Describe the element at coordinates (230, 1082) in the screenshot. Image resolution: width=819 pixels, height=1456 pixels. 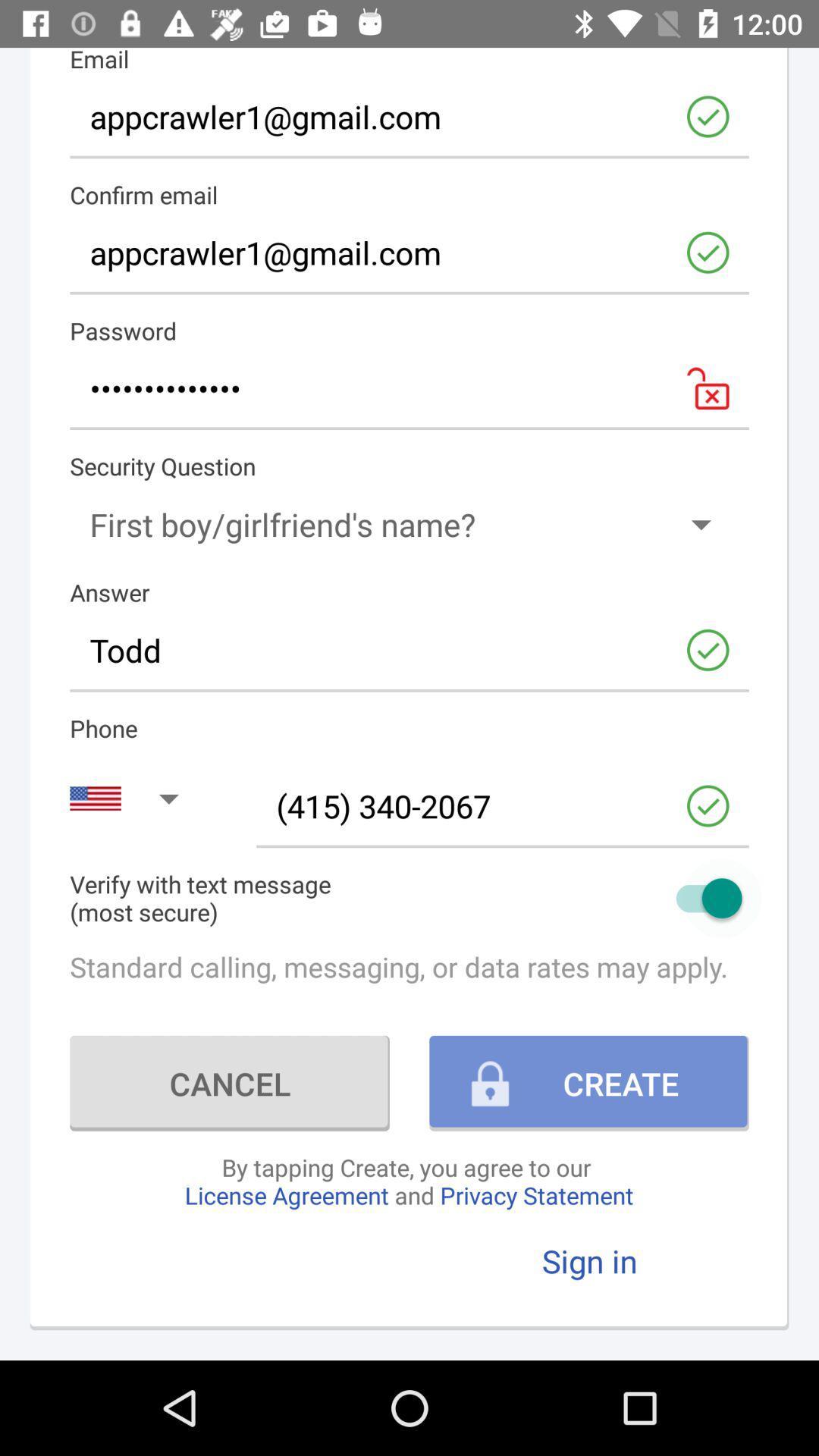
I see `item at the bottom left corner` at that location.